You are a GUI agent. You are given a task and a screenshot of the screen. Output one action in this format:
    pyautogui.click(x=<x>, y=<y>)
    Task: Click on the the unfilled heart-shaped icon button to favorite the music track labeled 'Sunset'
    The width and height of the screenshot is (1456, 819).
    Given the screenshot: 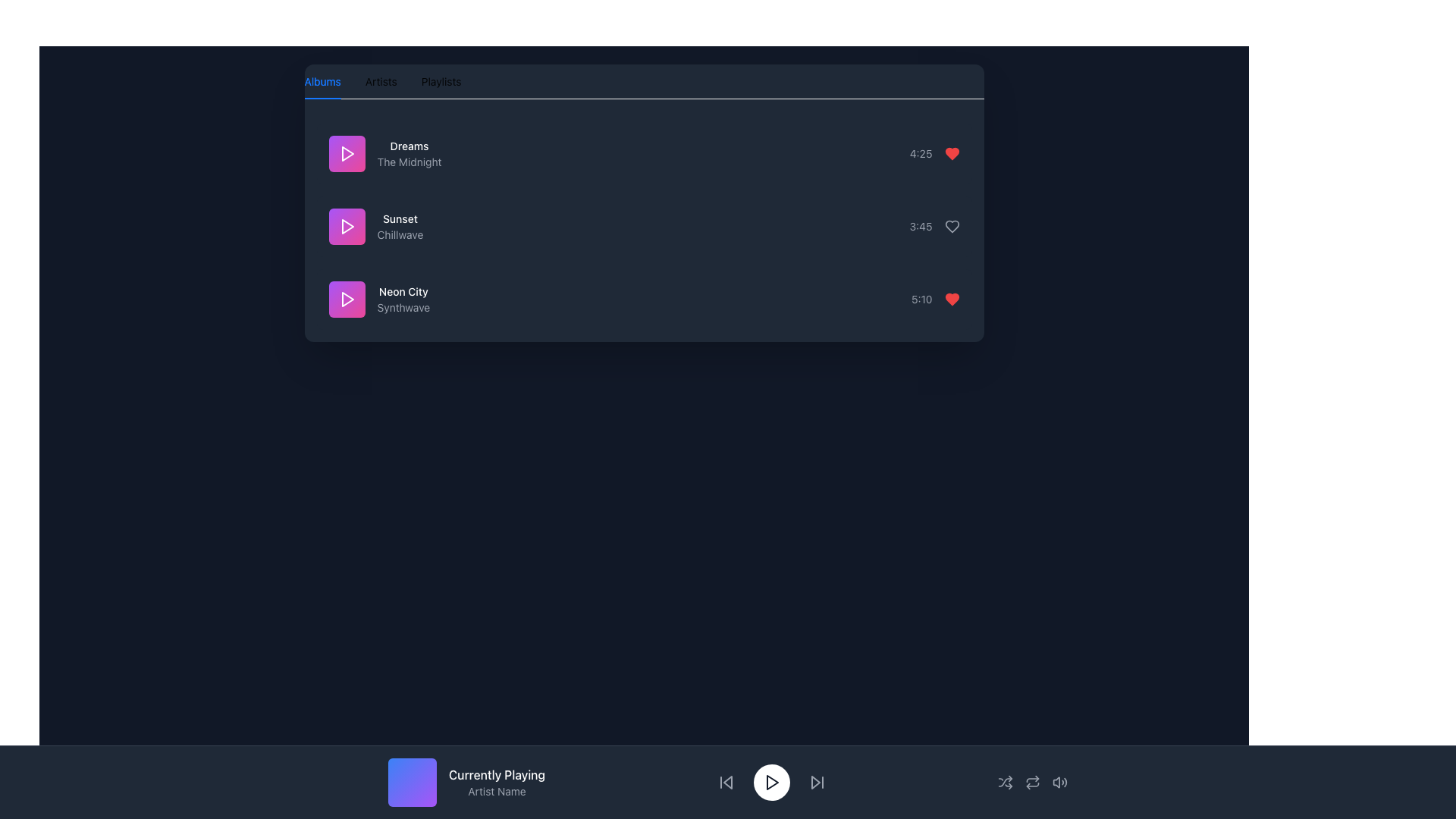 What is the action you would take?
    pyautogui.click(x=951, y=227)
    